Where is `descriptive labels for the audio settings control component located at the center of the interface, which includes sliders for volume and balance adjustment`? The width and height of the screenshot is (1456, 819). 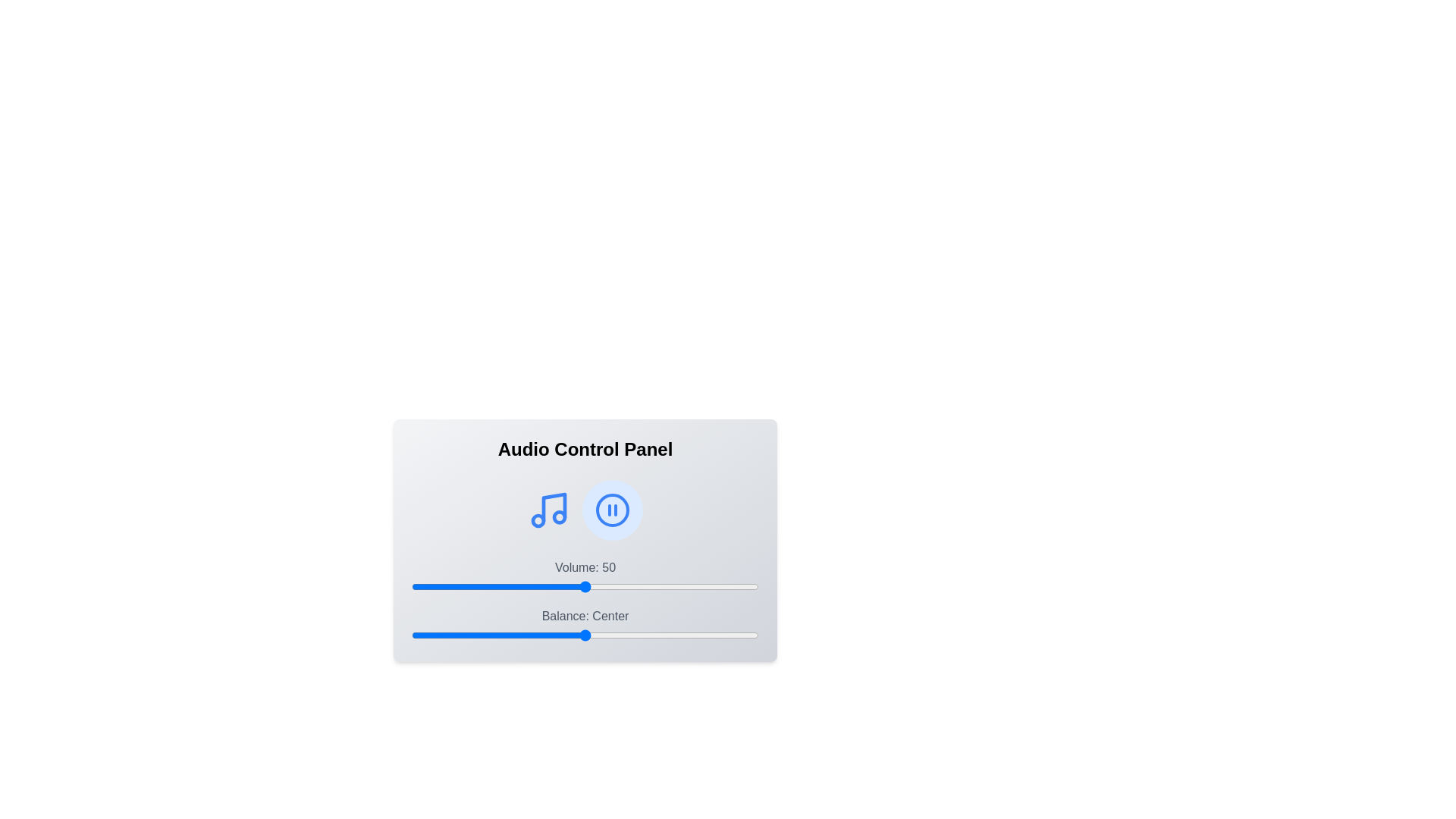 descriptive labels for the audio settings control component located at the center of the interface, which includes sliders for volume and balance adjustment is located at coordinates (585, 573).